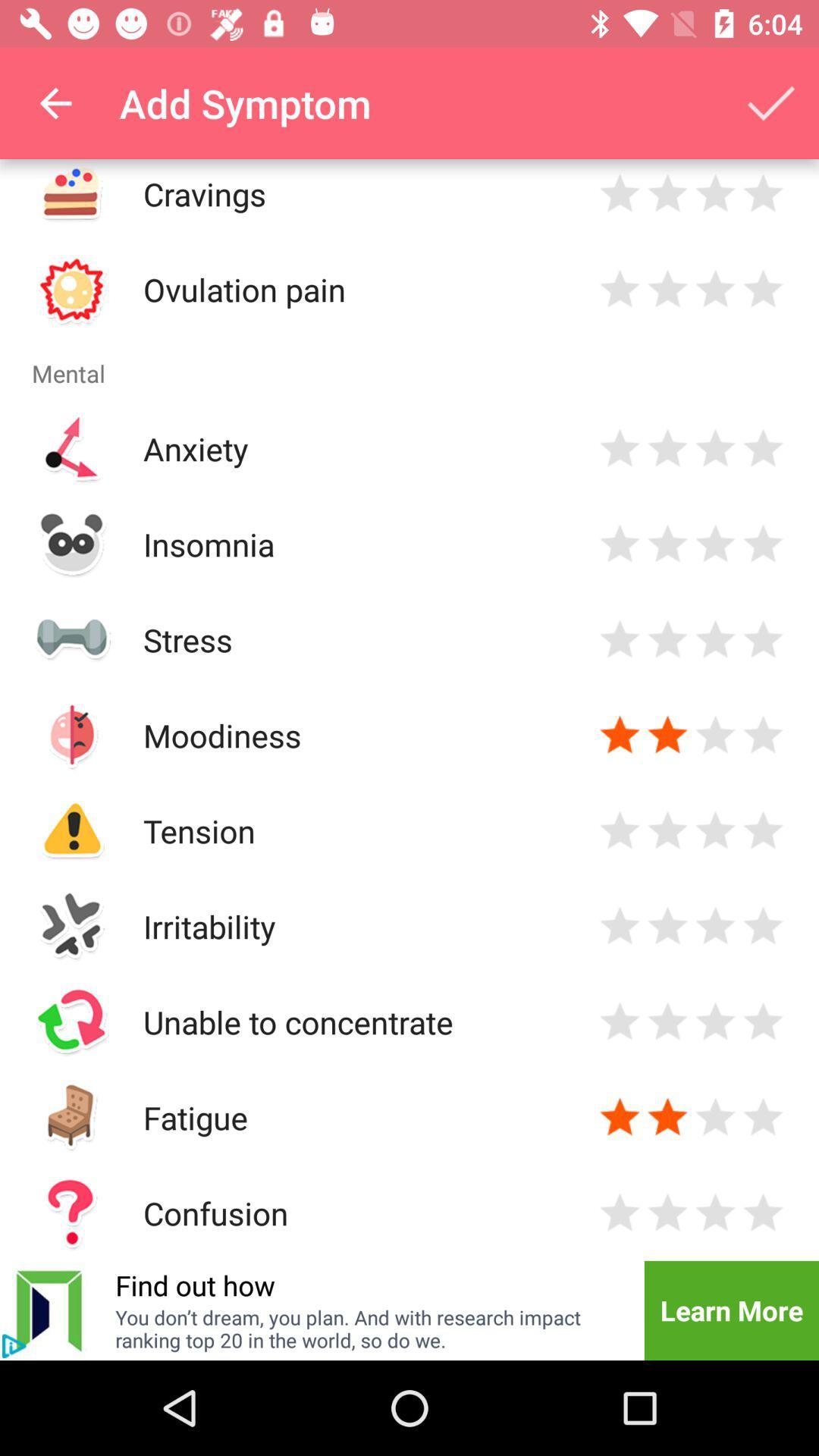 The image size is (819, 1456). Describe the element at coordinates (715, 1117) in the screenshot. I see `rate three stars` at that location.